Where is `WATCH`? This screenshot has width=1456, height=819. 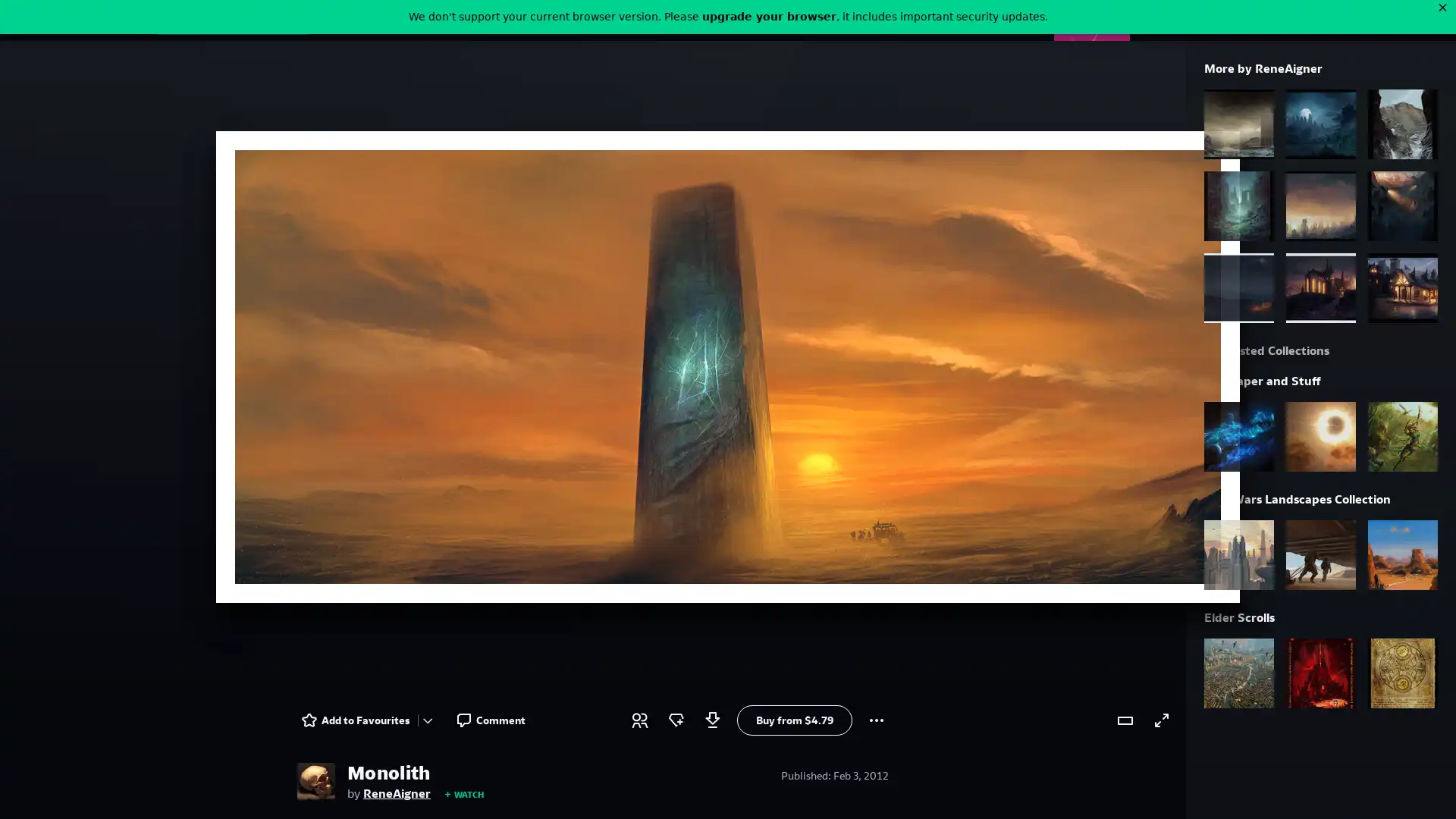 WATCH is located at coordinates (463, 792).